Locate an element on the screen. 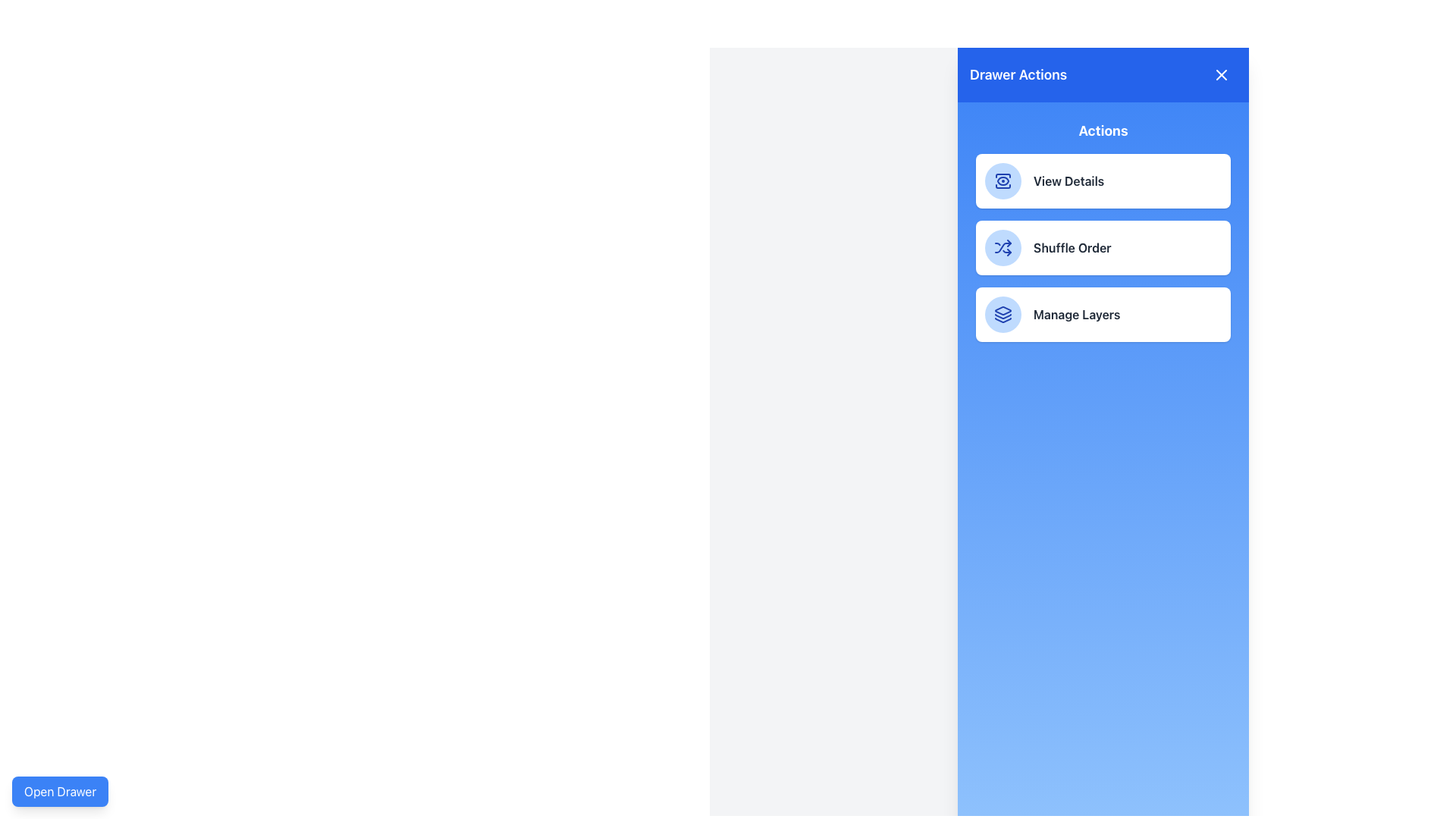 The width and height of the screenshot is (1456, 819). the icon-based button with a light blue background and layered shapes icon is located at coordinates (1003, 314).